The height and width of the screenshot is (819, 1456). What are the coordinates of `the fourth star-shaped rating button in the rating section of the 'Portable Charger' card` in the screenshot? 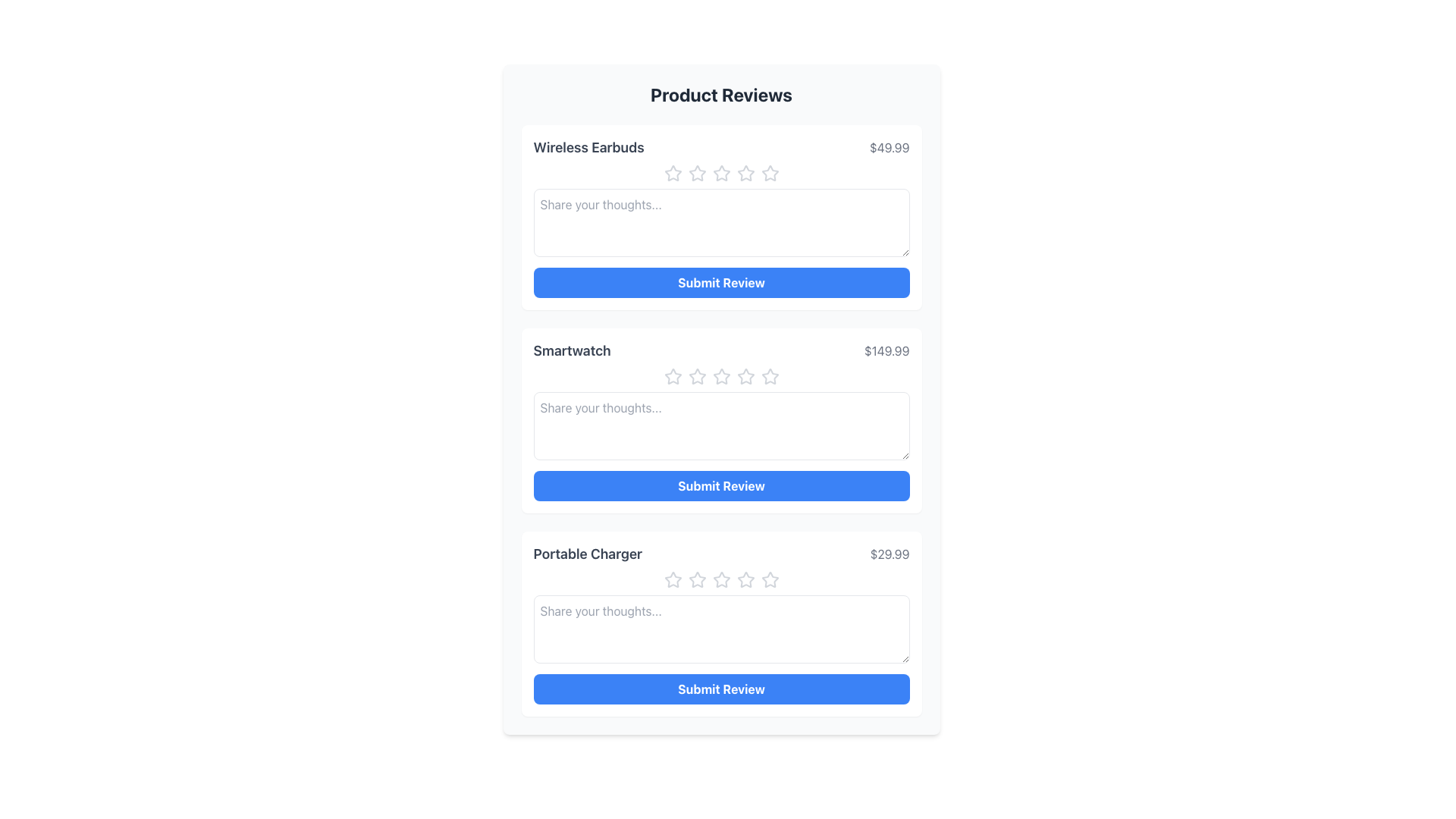 It's located at (745, 579).